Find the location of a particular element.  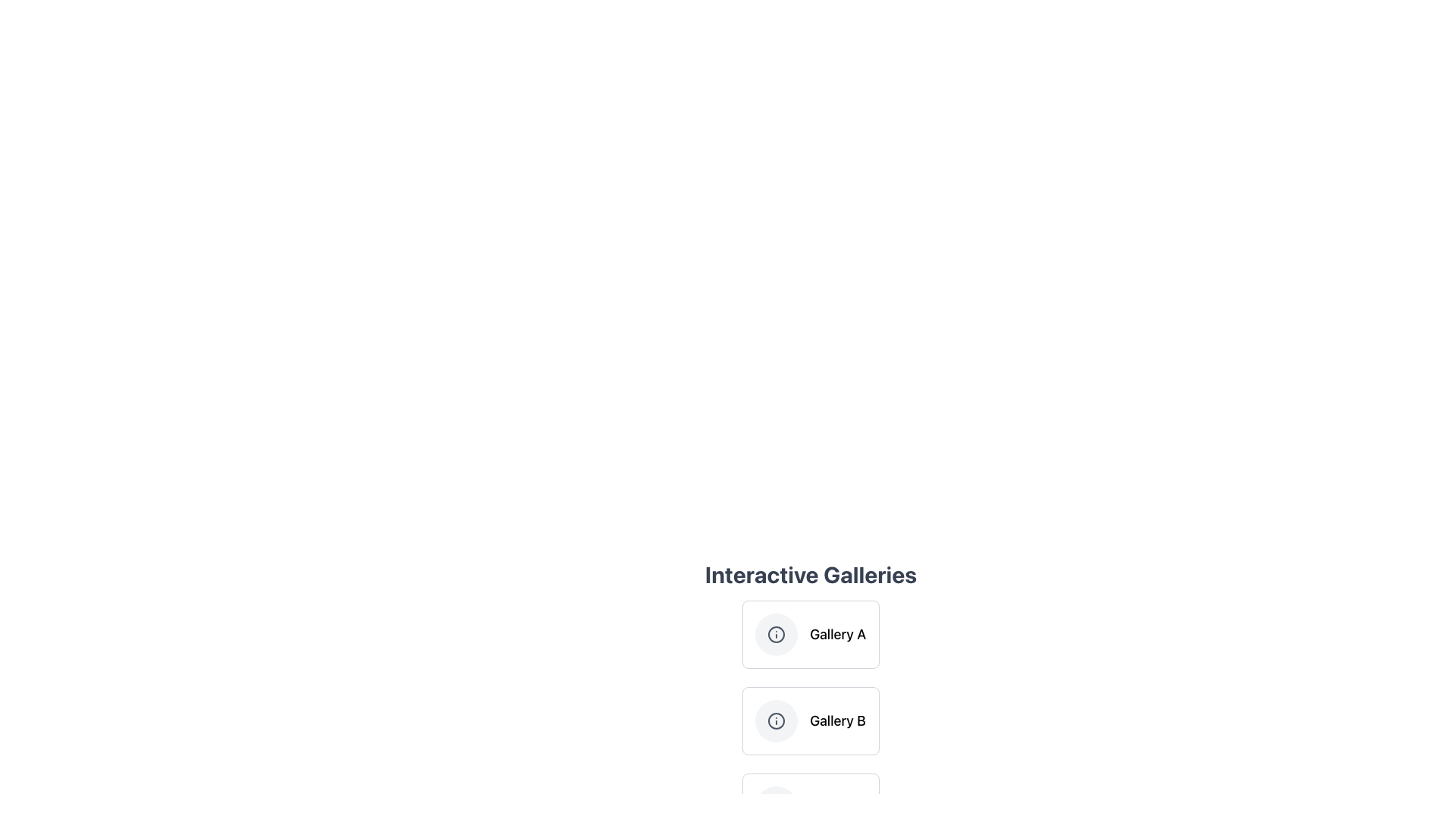

the bolded title text 'Interactive Galleries', which is styled in dark gray and centered above the gallery list is located at coordinates (810, 575).